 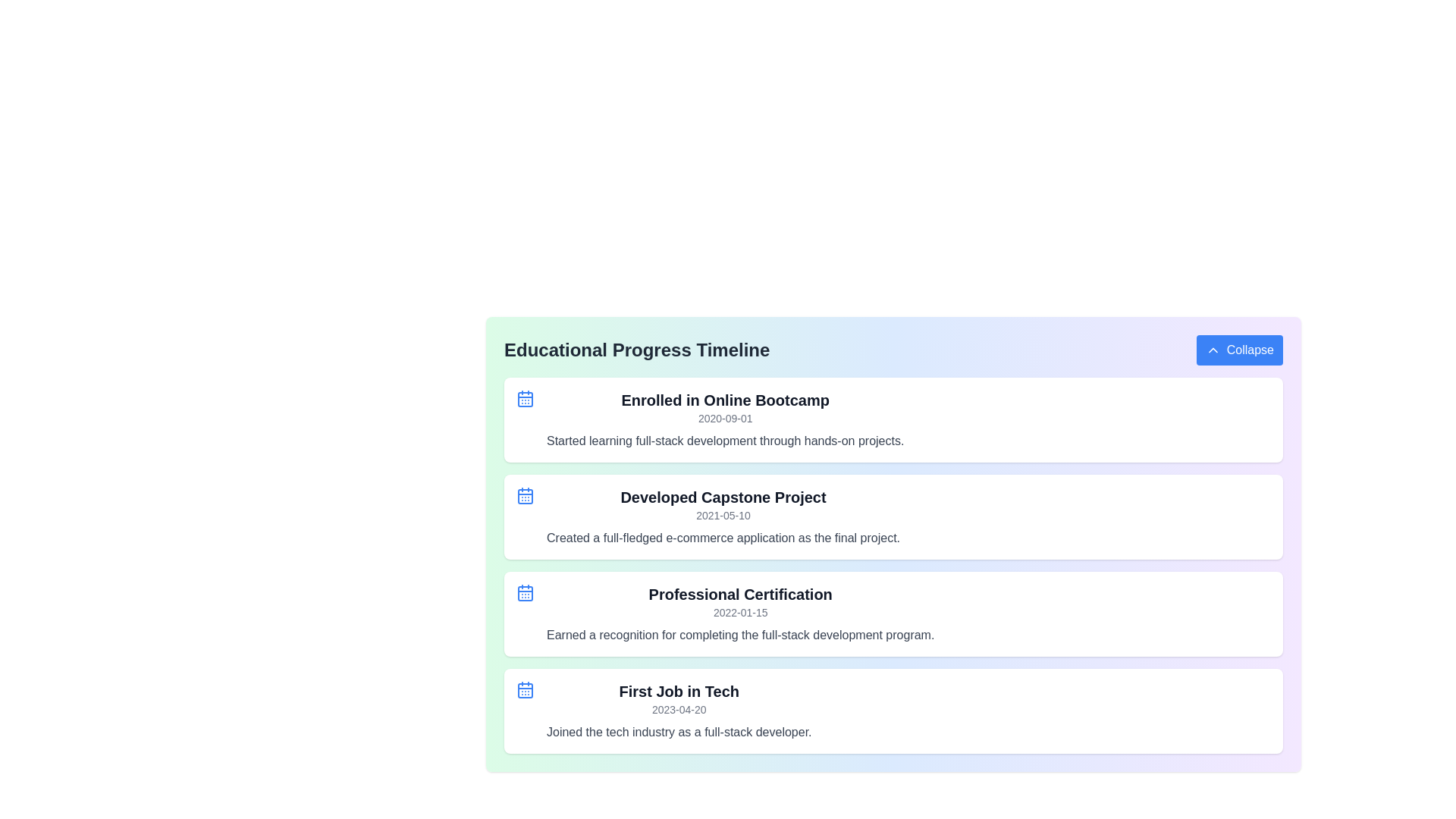 What do you see at coordinates (723, 514) in the screenshot?
I see `the static text indicating the timestamp or date marker located centrally in the second card of a chronological timeline, positioned below the title 'Developed Capstone Project' and above the descriptive text` at bounding box center [723, 514].